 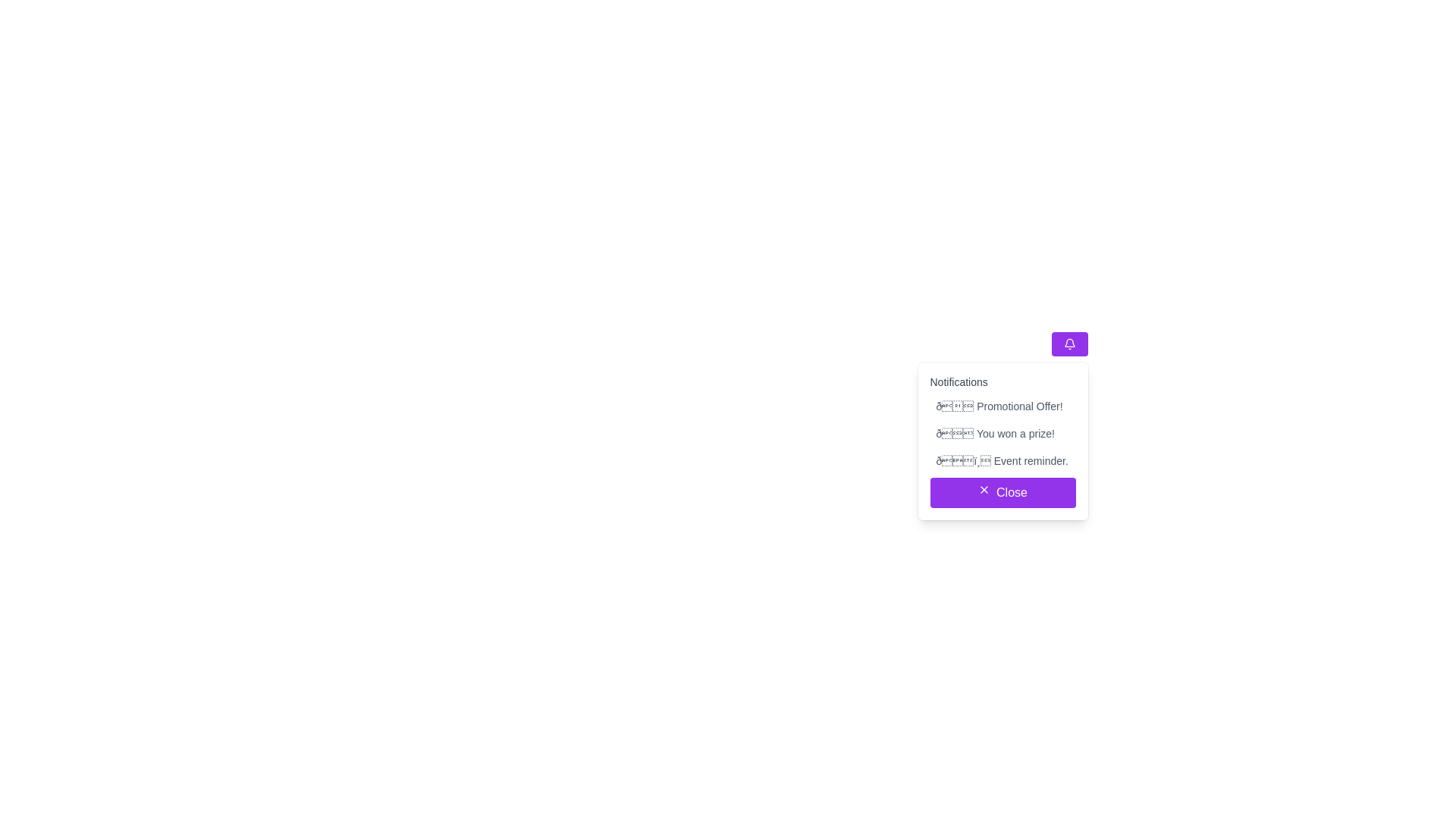 I want to click on the purple bell icon button located at the top-right corner of the notification card, so click(x=1068, y=344).